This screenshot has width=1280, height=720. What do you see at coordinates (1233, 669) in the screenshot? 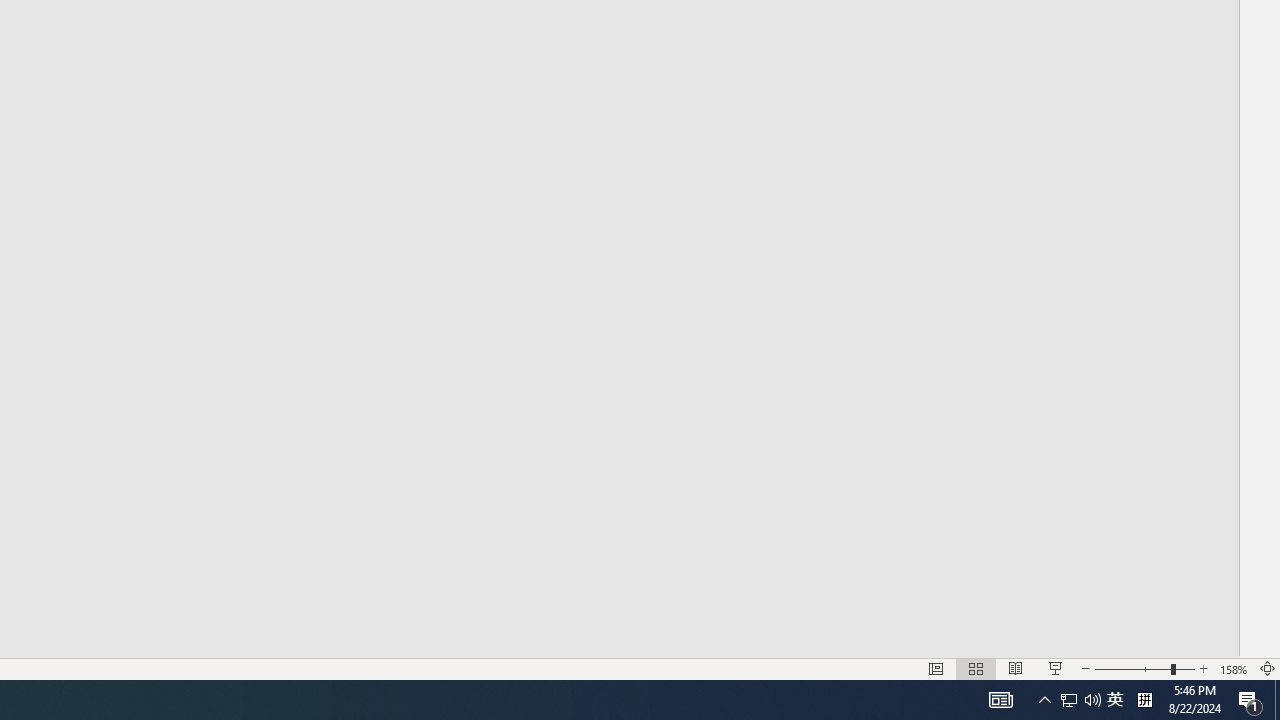
I see `'Zoom 158%'` at bounding box center [1233, 669].